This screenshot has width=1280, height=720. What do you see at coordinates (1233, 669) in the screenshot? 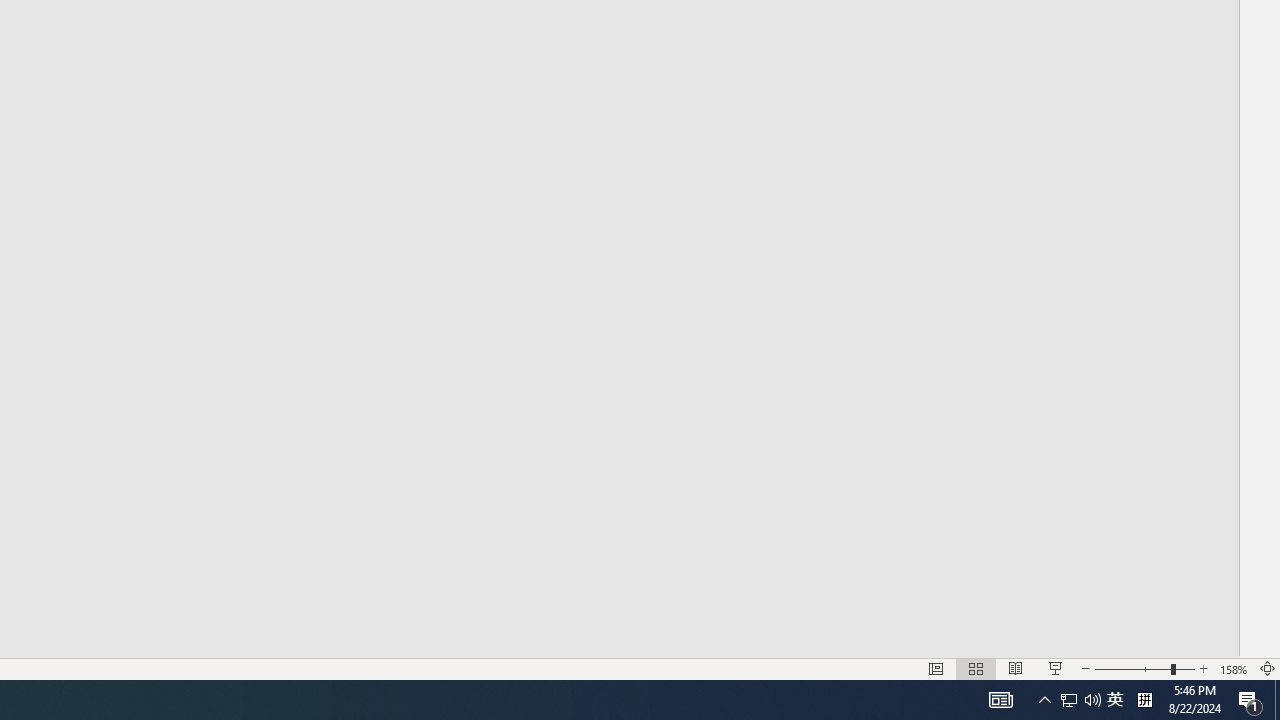
I see `'Zoom 158%'` at bounding box center [1233, 669].